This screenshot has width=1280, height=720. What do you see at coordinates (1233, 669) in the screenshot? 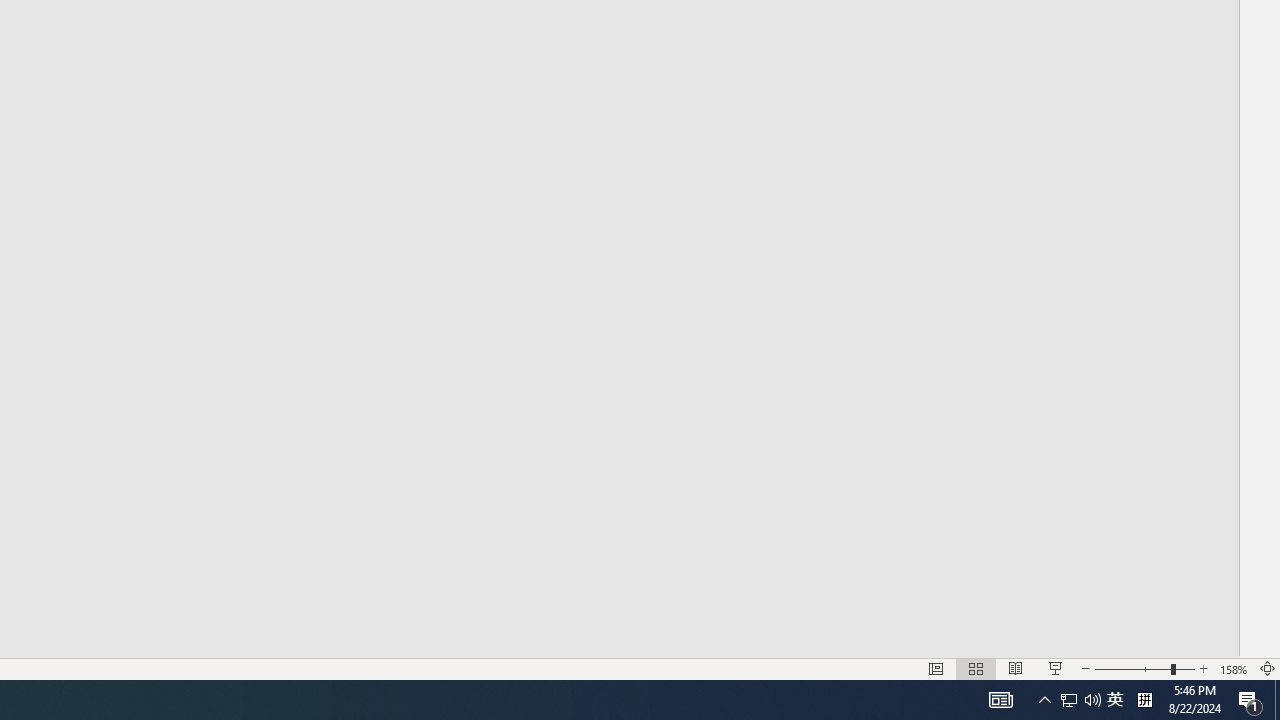
I see `'Zoom 158%'` at bounding box center [1233, 669].